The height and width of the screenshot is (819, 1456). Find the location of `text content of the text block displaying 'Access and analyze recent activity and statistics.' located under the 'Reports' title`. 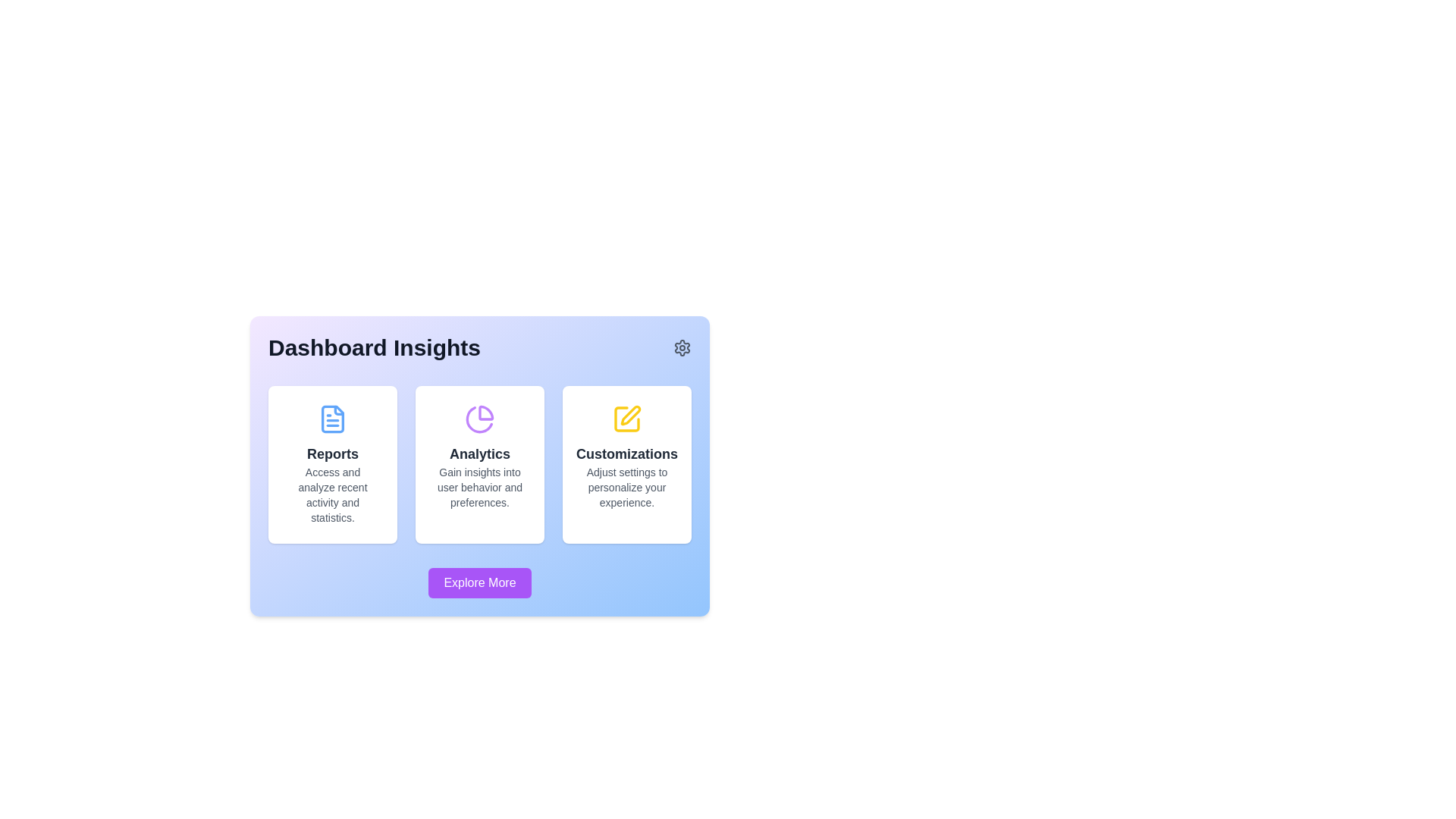

text content of the text block displaying 'Access and analyze recent activity and statistics.' located under the 'Reports' title is located at coordinates (331, 494).